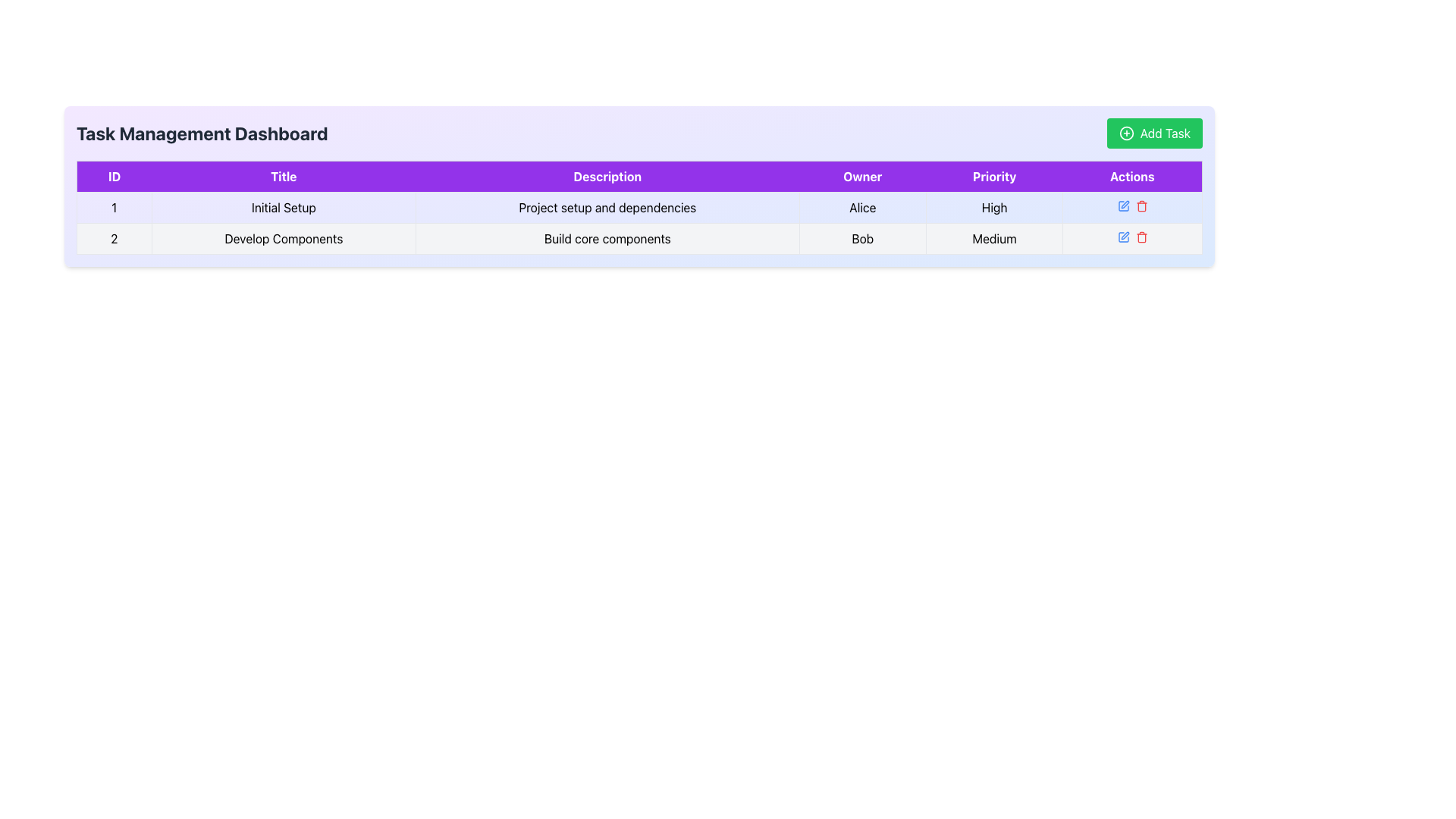  I want to click on the static text element that presents the title of a task, located under the 'Title' column in a table, adjacent to the ID '1', so click(284, 207).